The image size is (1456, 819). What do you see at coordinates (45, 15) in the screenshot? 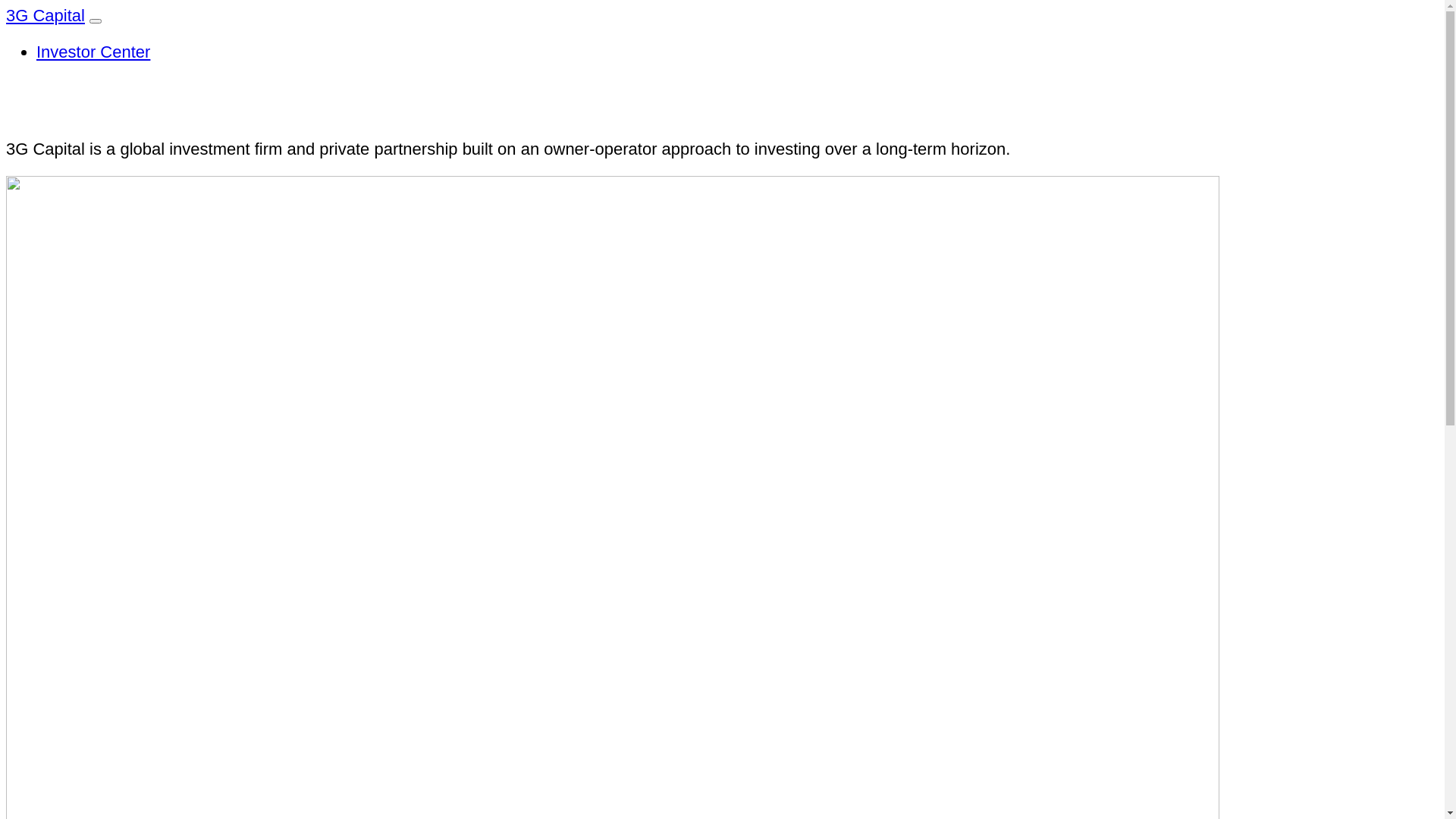
I see `'3G Capital'` at bounding box center [45, 15].